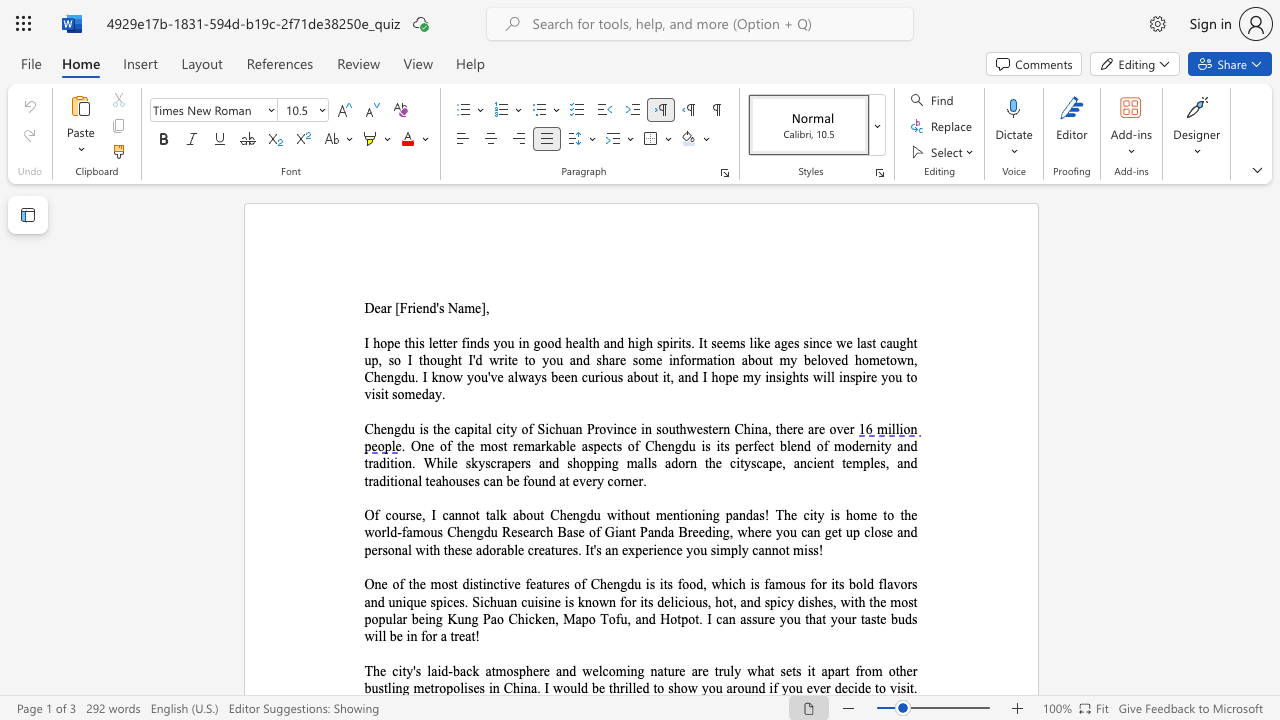 This screenshot has width=1280, height=720. What do you see at coordinates (575, 360) in the screenshot?
I see `the space between the continuous character "a" and "n" in the text` at bounding box center [575, 360].